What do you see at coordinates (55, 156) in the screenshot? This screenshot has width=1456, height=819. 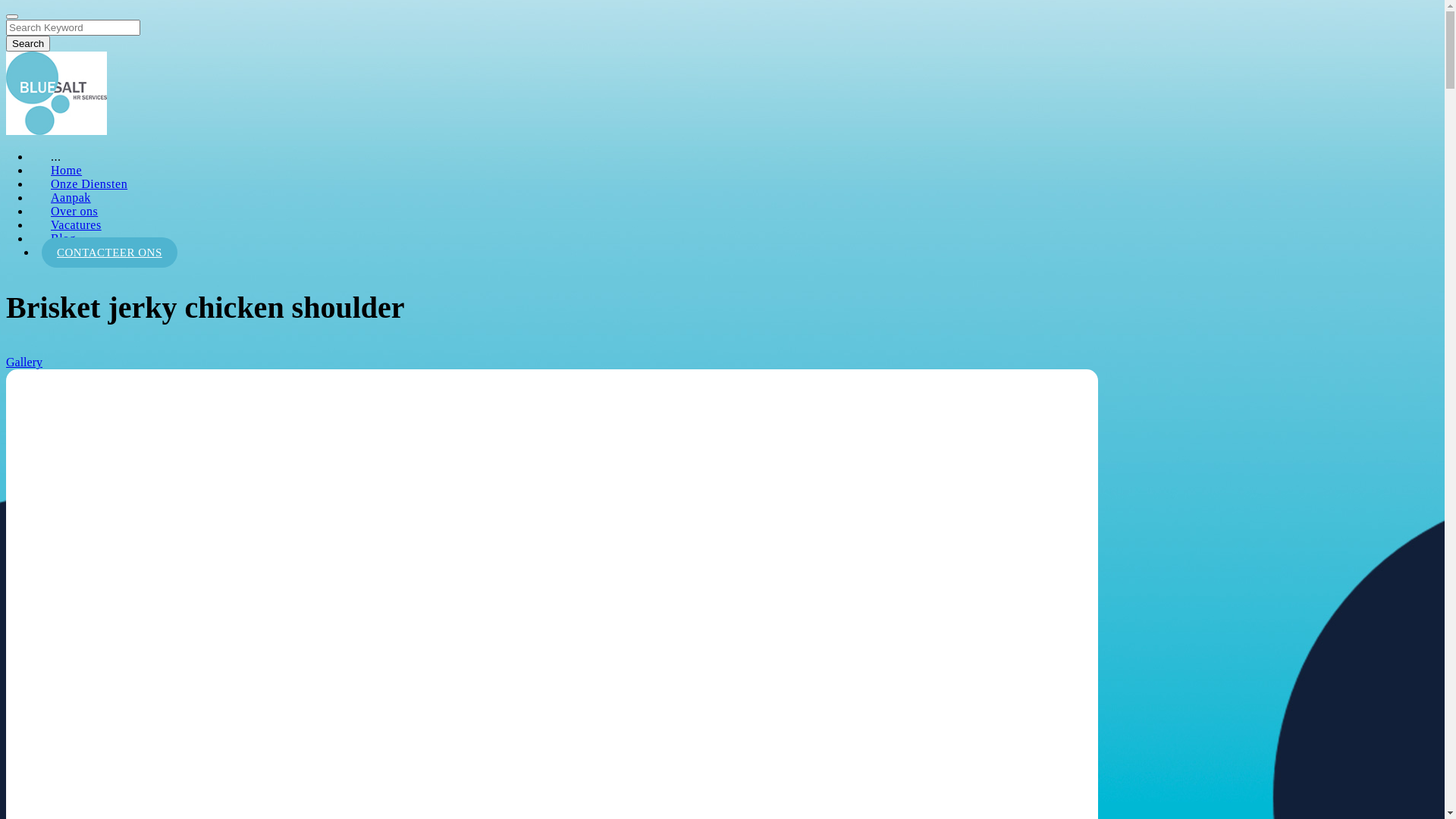 I see `'...'` at bounding box center [55, 156].